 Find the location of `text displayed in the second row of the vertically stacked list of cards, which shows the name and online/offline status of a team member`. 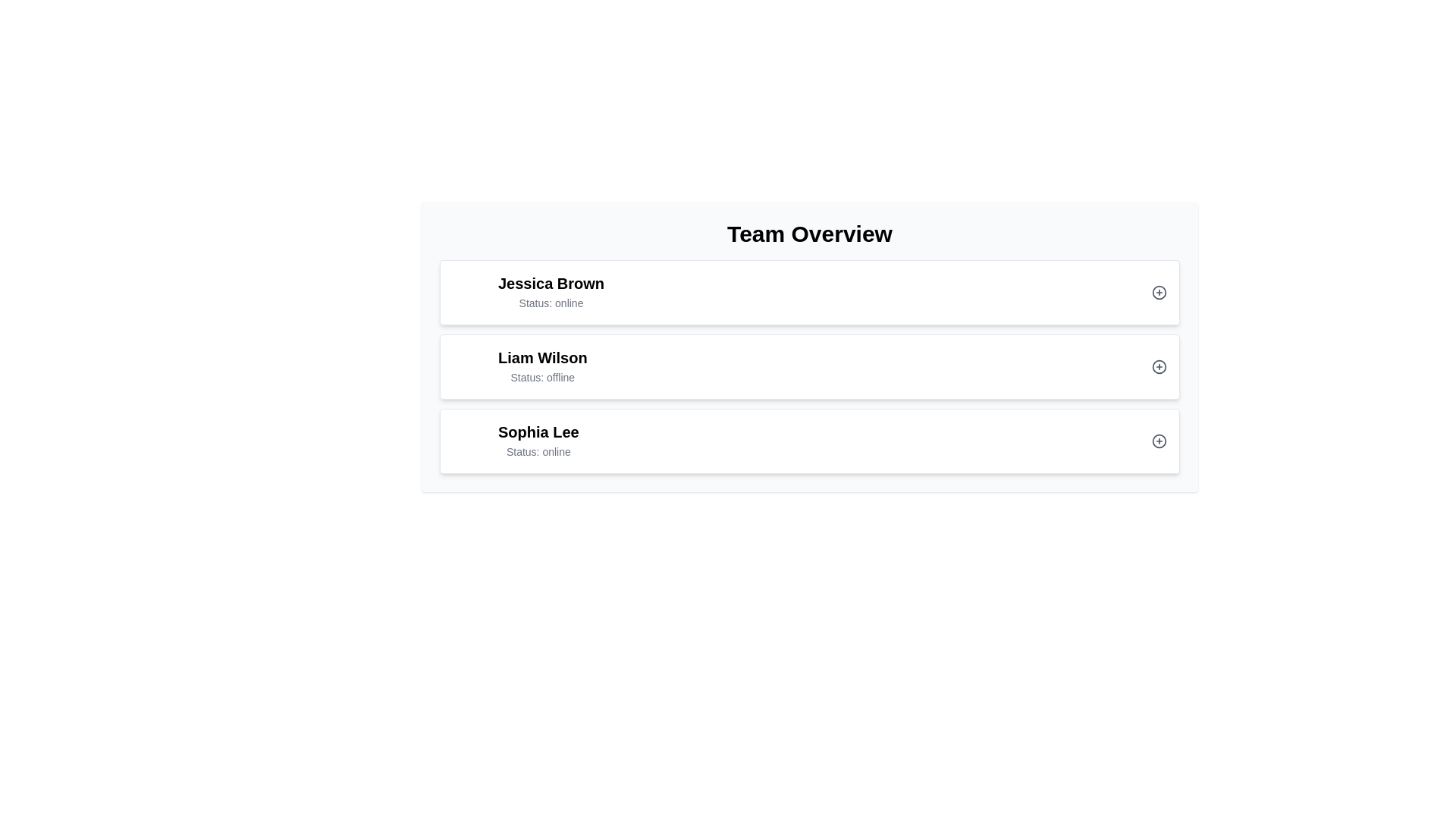

text displayed in the second row of the vertically stacked list of cards, which shows the name and online/offline status of a team member is located at coordinates (542, 366).